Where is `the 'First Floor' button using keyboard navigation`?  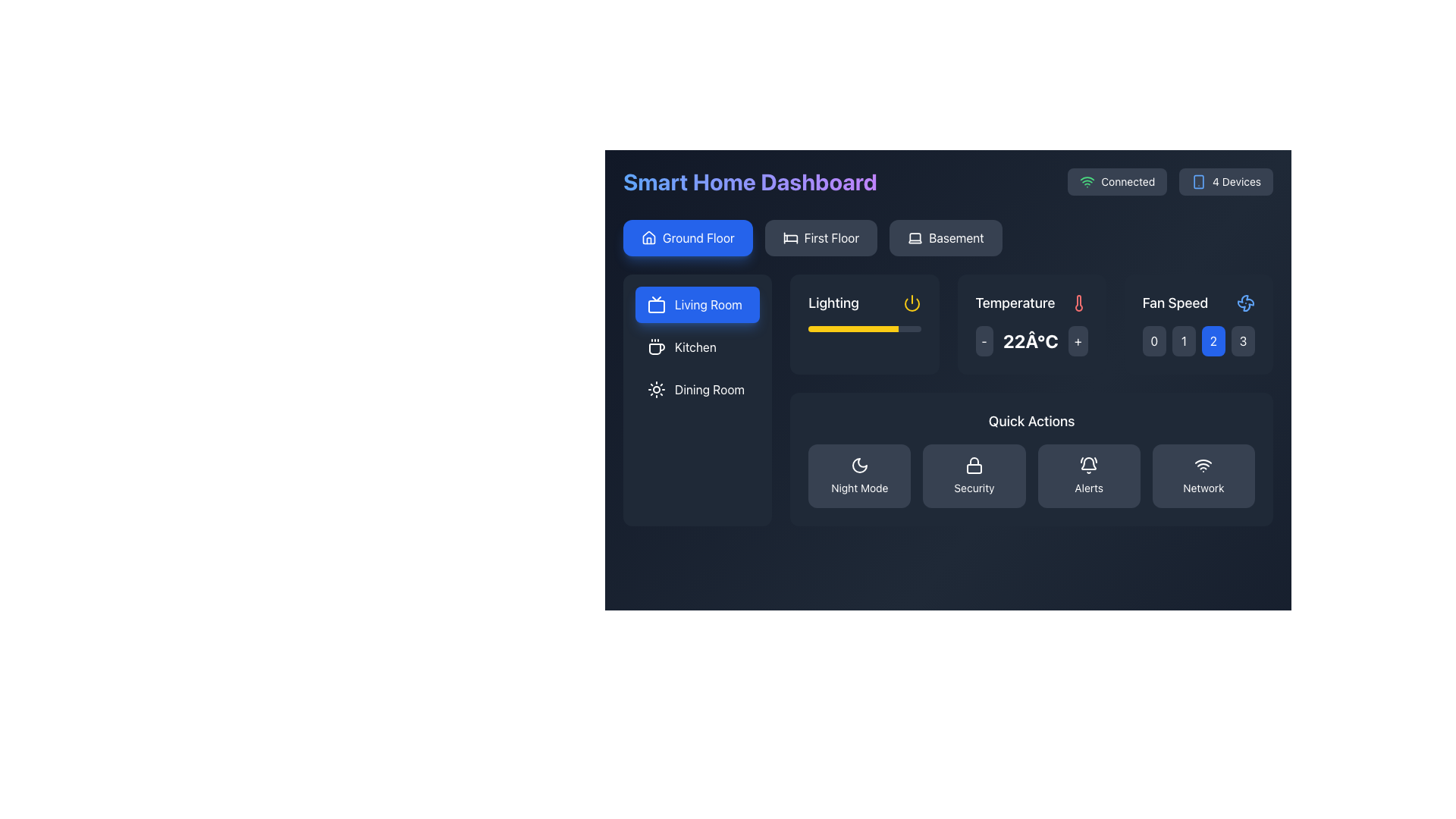
the 'First Floor' button using keyboard navigation is located at coordinates (820, 237).